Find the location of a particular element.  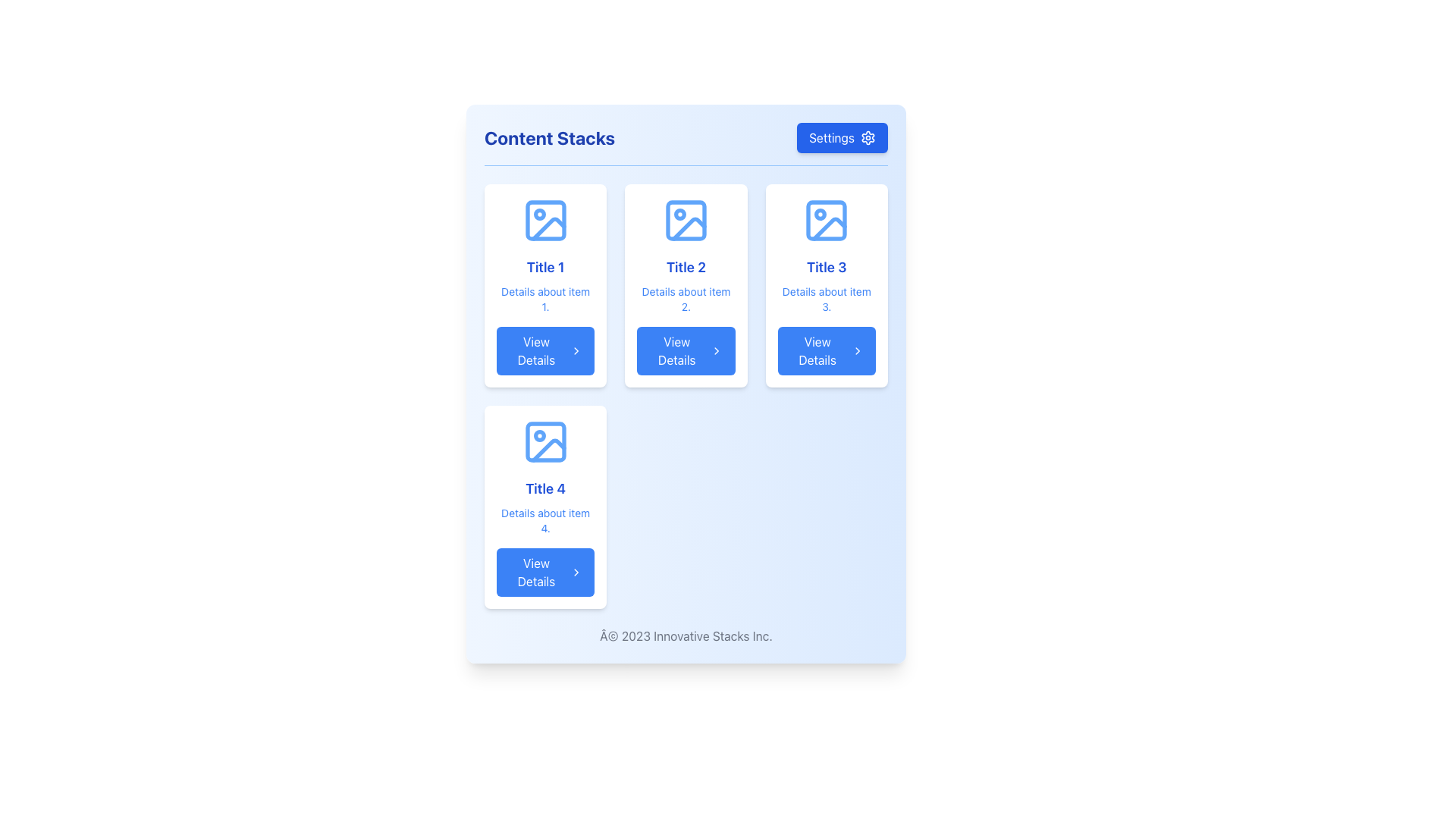

the small, rightward-facing blue chevron icon located within the 'View Details' button on the third card titled 'Title 3' for visual feedback is located at coordinates (857, 350).